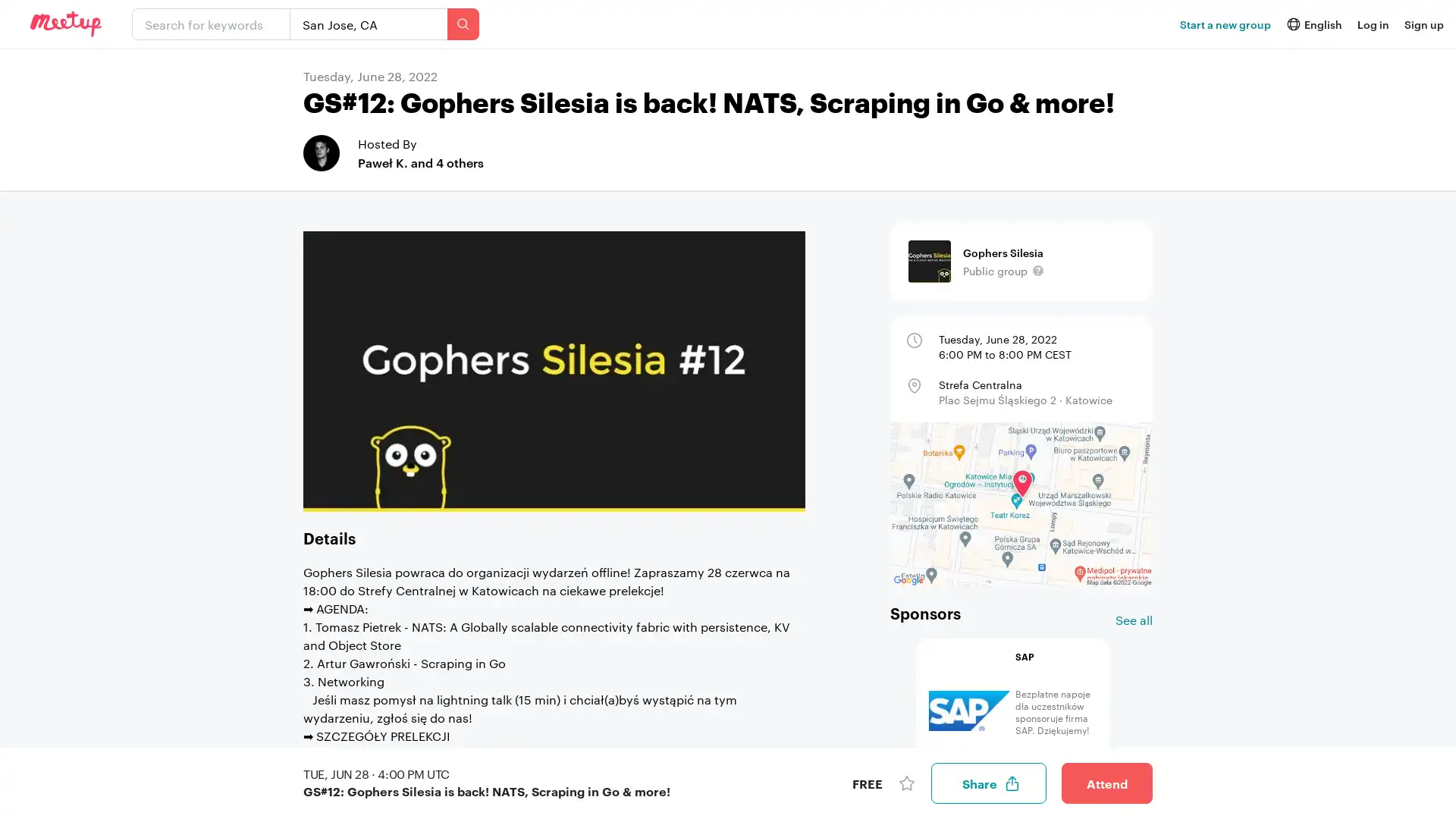 This screenshot has width=1456, height=819. I want to click on Attend, so click(1106, 783).